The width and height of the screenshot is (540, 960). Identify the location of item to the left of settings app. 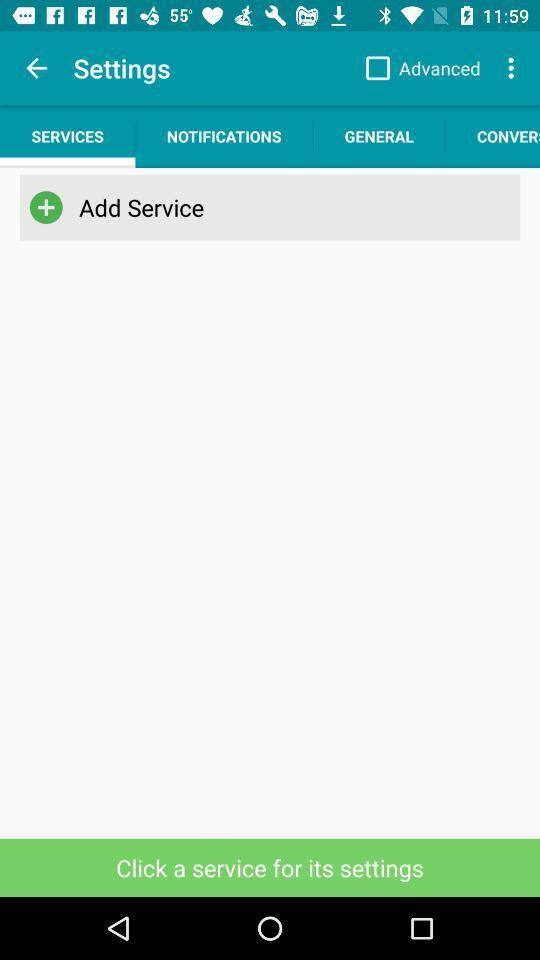
(36, 68).